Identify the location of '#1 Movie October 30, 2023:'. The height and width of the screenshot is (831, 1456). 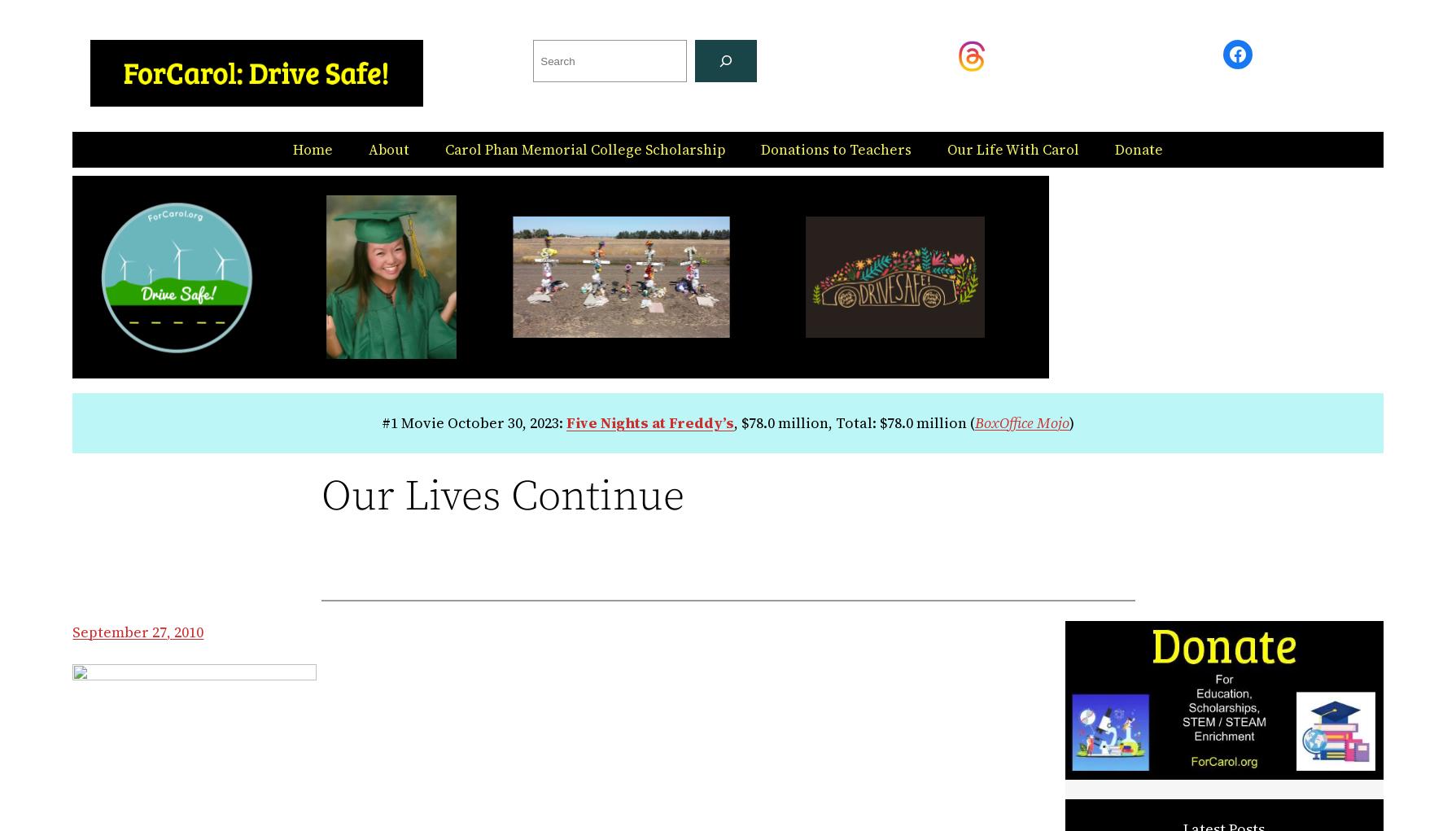
(381, 422).